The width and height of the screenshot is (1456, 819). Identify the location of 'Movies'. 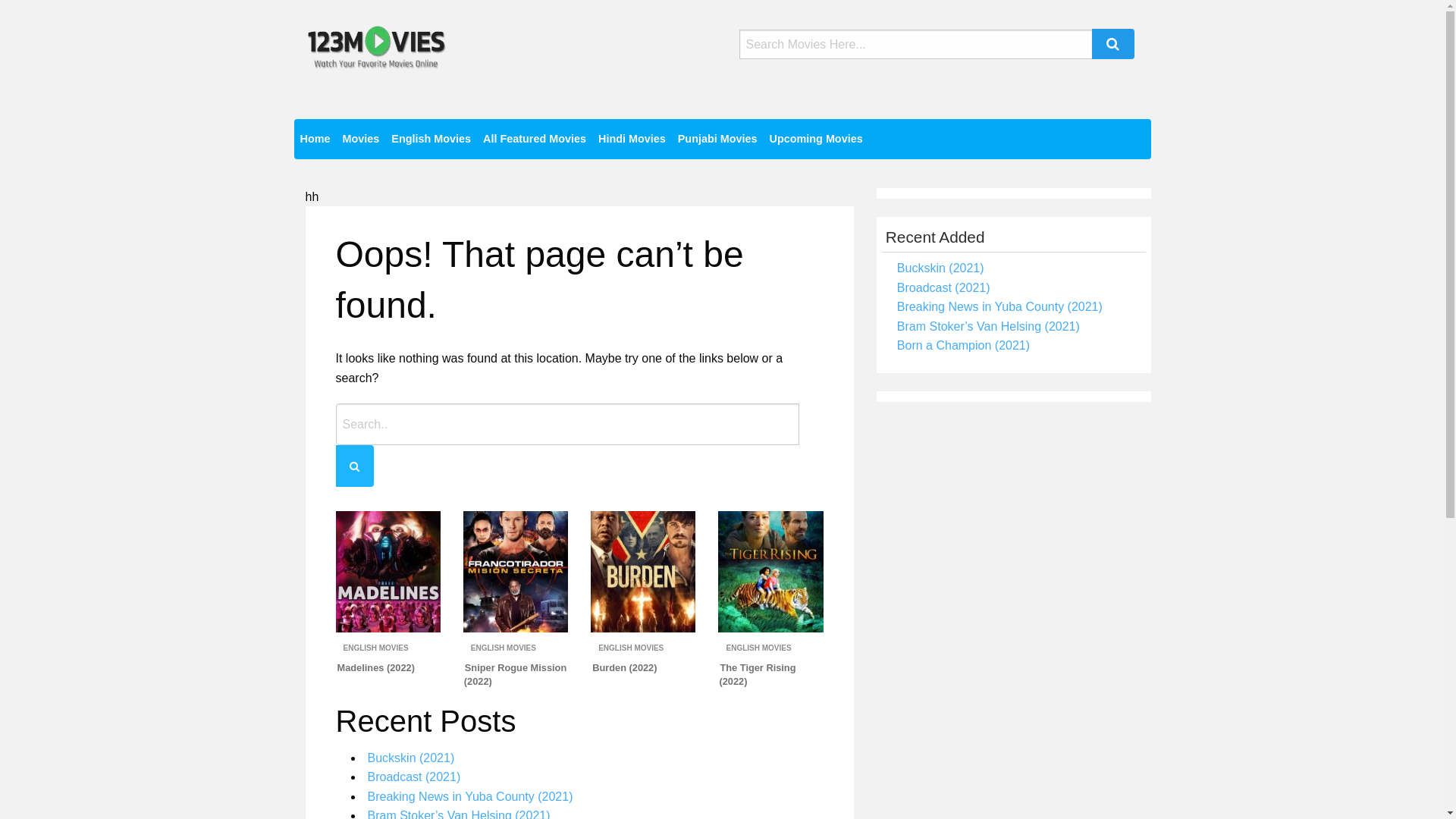
(334, 139).